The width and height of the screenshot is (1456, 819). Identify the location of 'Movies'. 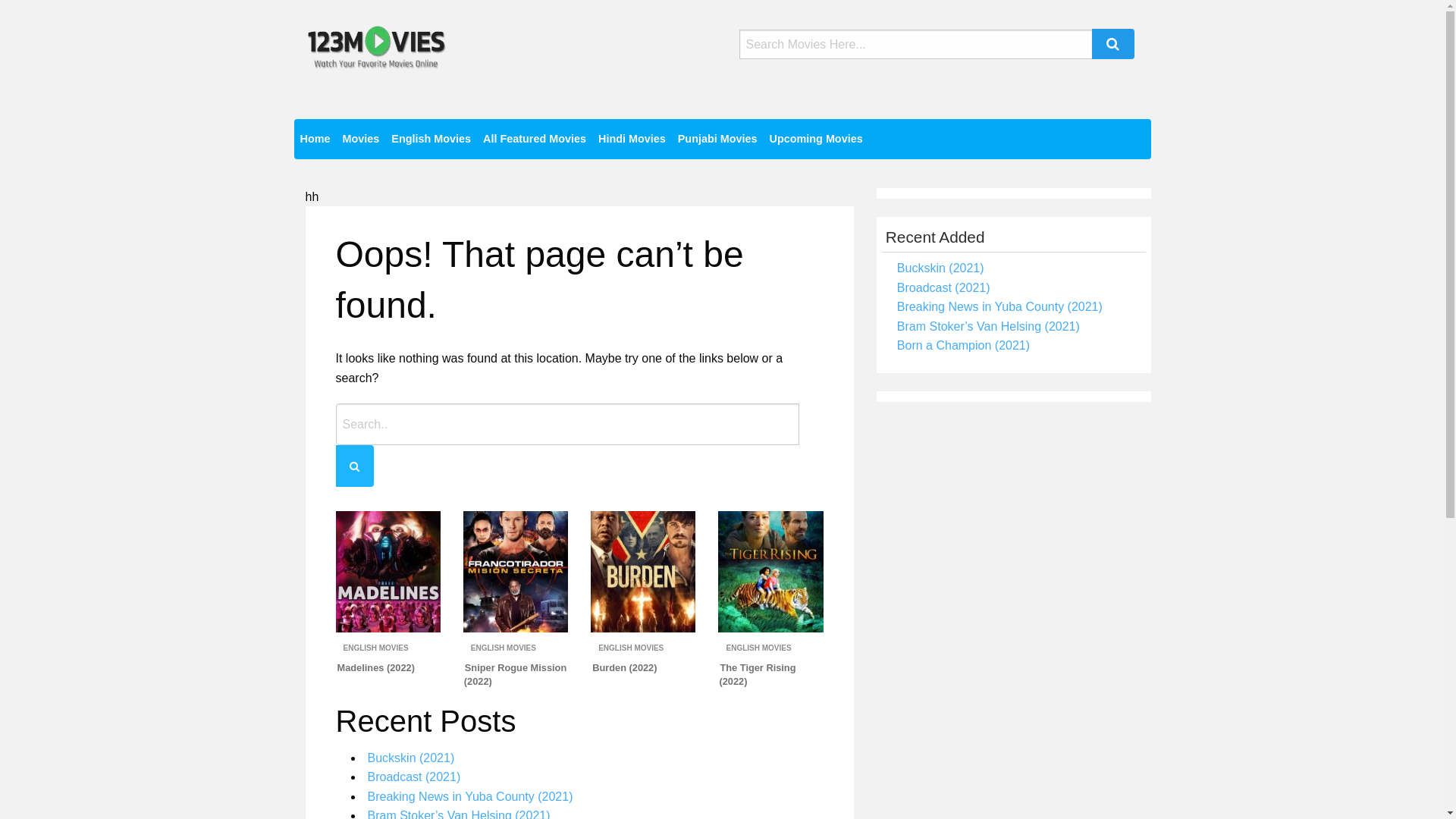
(334, 139).